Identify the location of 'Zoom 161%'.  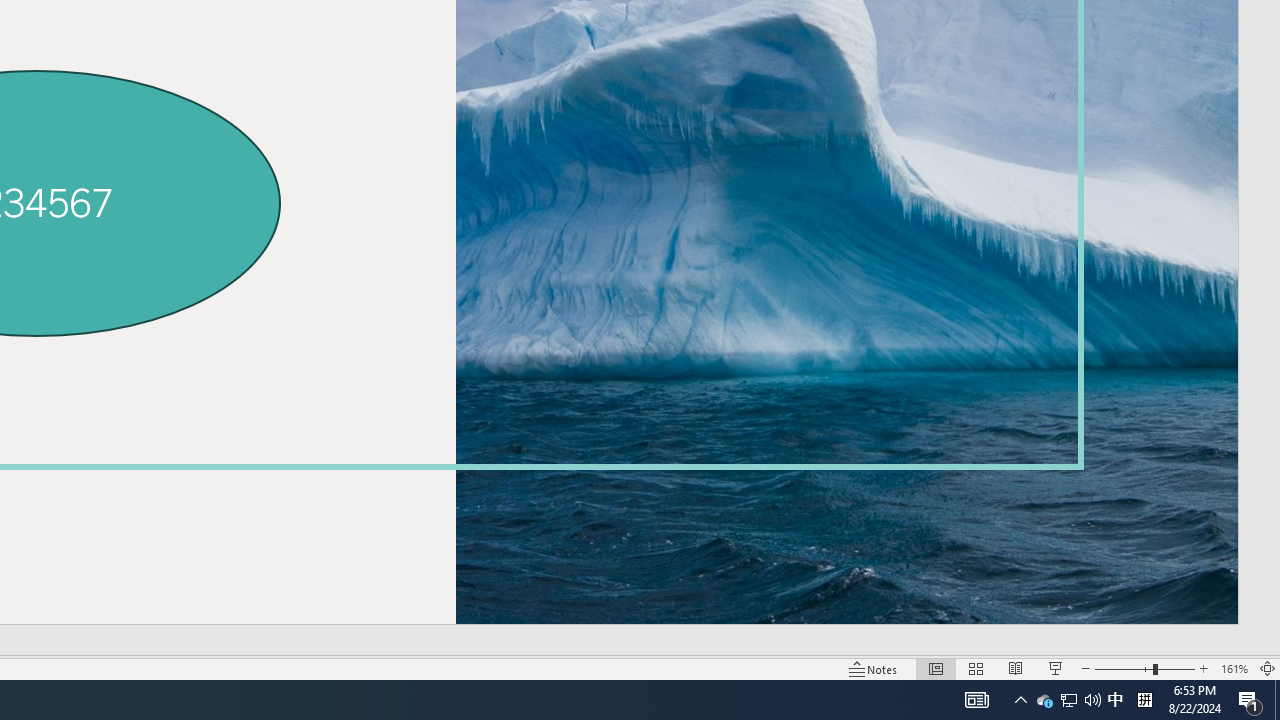
(1233, 669).